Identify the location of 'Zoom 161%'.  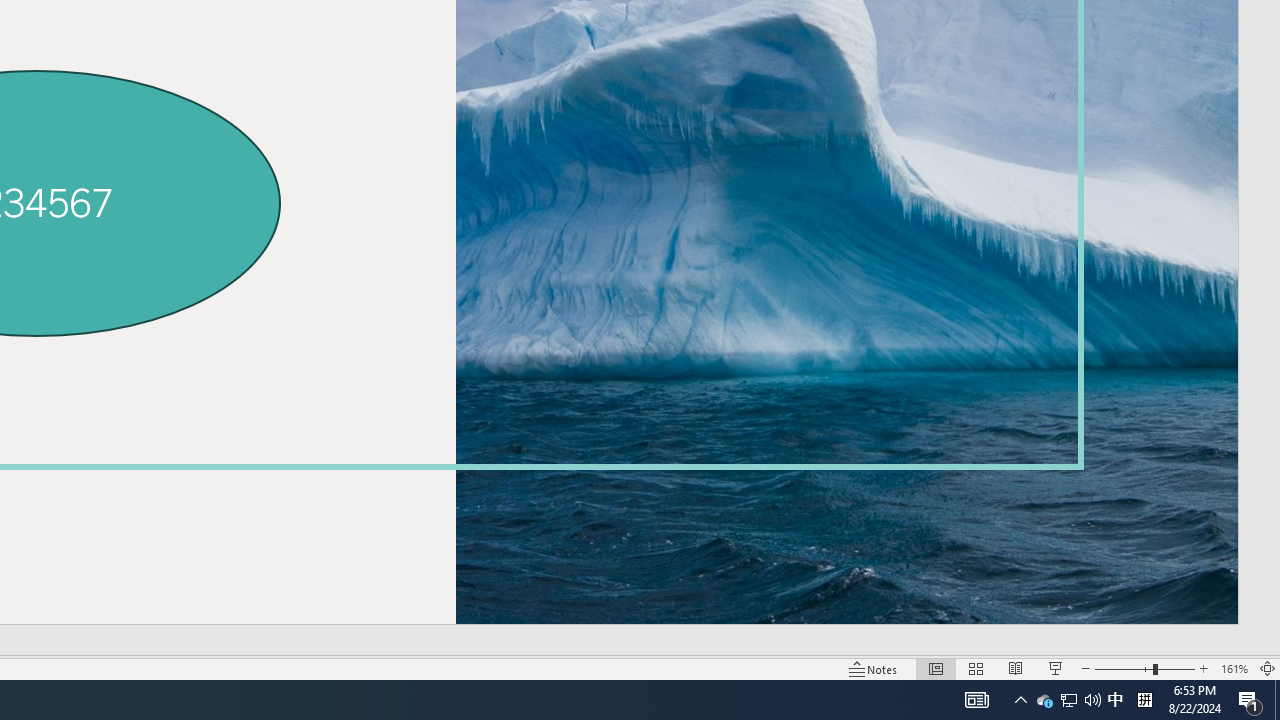
(1233, 669).